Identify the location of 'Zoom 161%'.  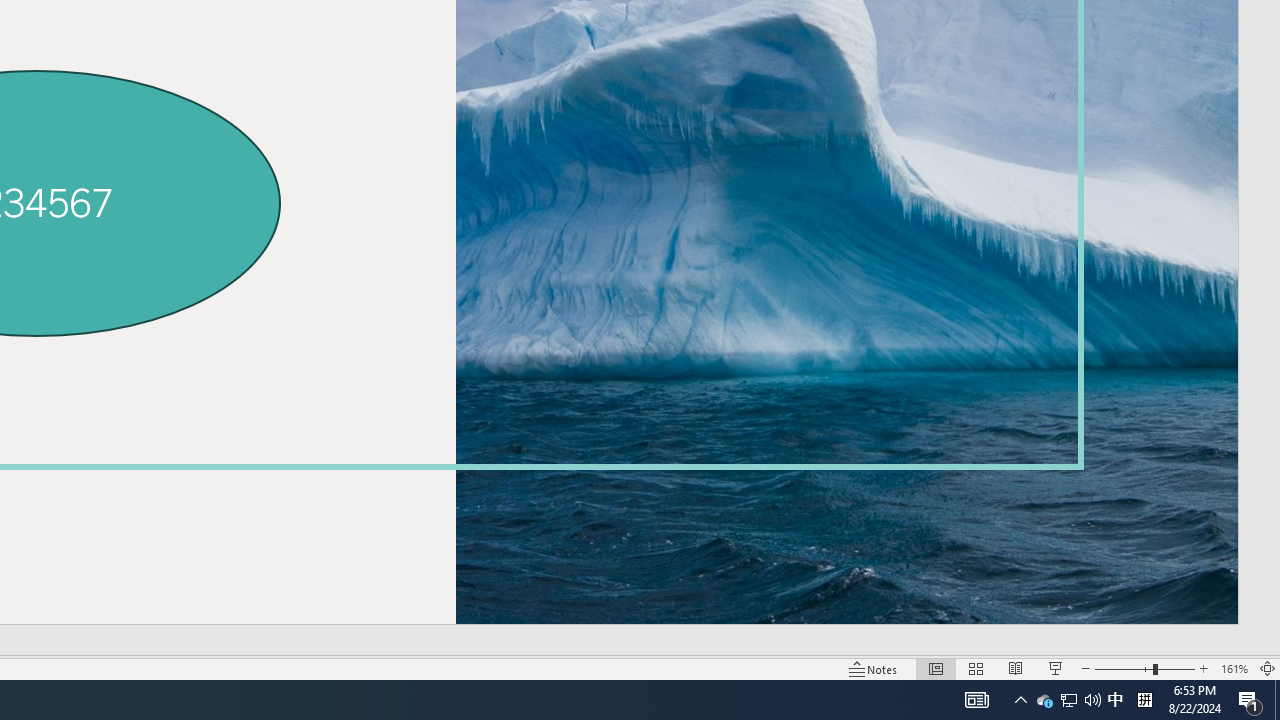
(1233, 669).